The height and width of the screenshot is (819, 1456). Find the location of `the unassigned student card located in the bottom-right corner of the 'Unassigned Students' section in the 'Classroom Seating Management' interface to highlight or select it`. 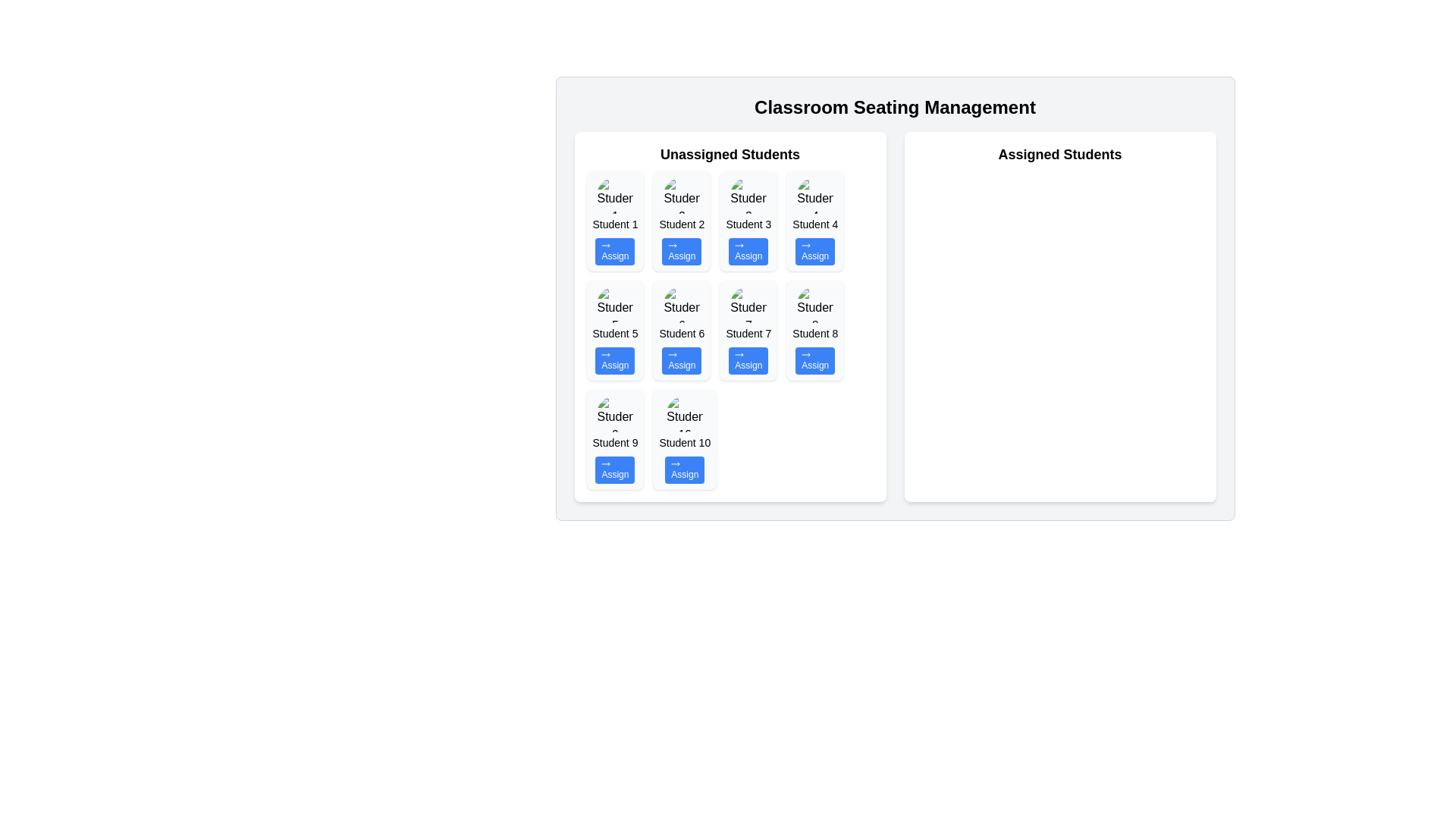

the unassigned student card located in the bottom-right corner of the 'Unassigned Students' section in the 'Classroom Seating Management' interface to highlight or select it is located at coordinates (814, 329).